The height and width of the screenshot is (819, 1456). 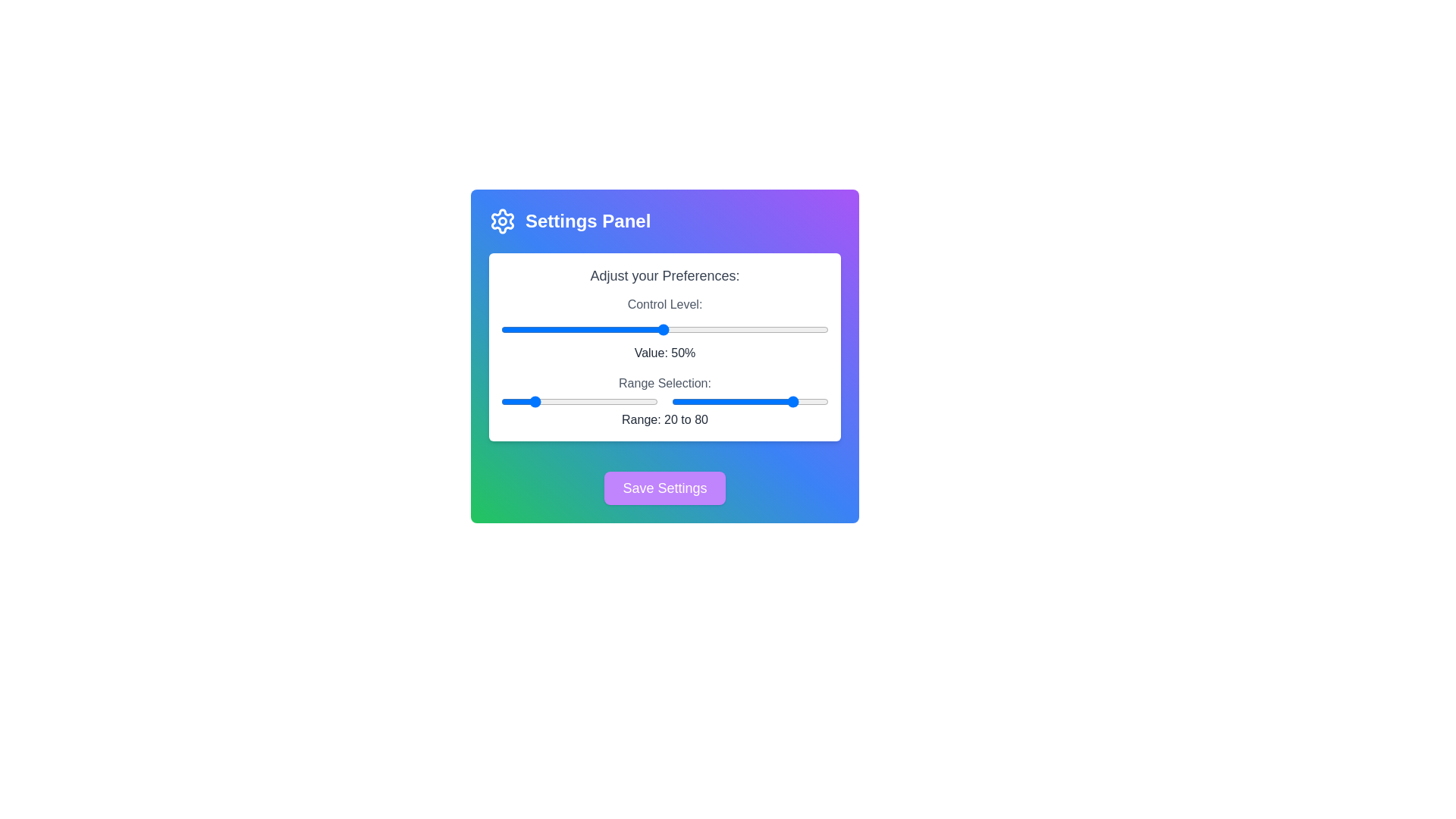 I want to click on the left slider of the Dual-range slider interface component, so click(x=665, y=400).